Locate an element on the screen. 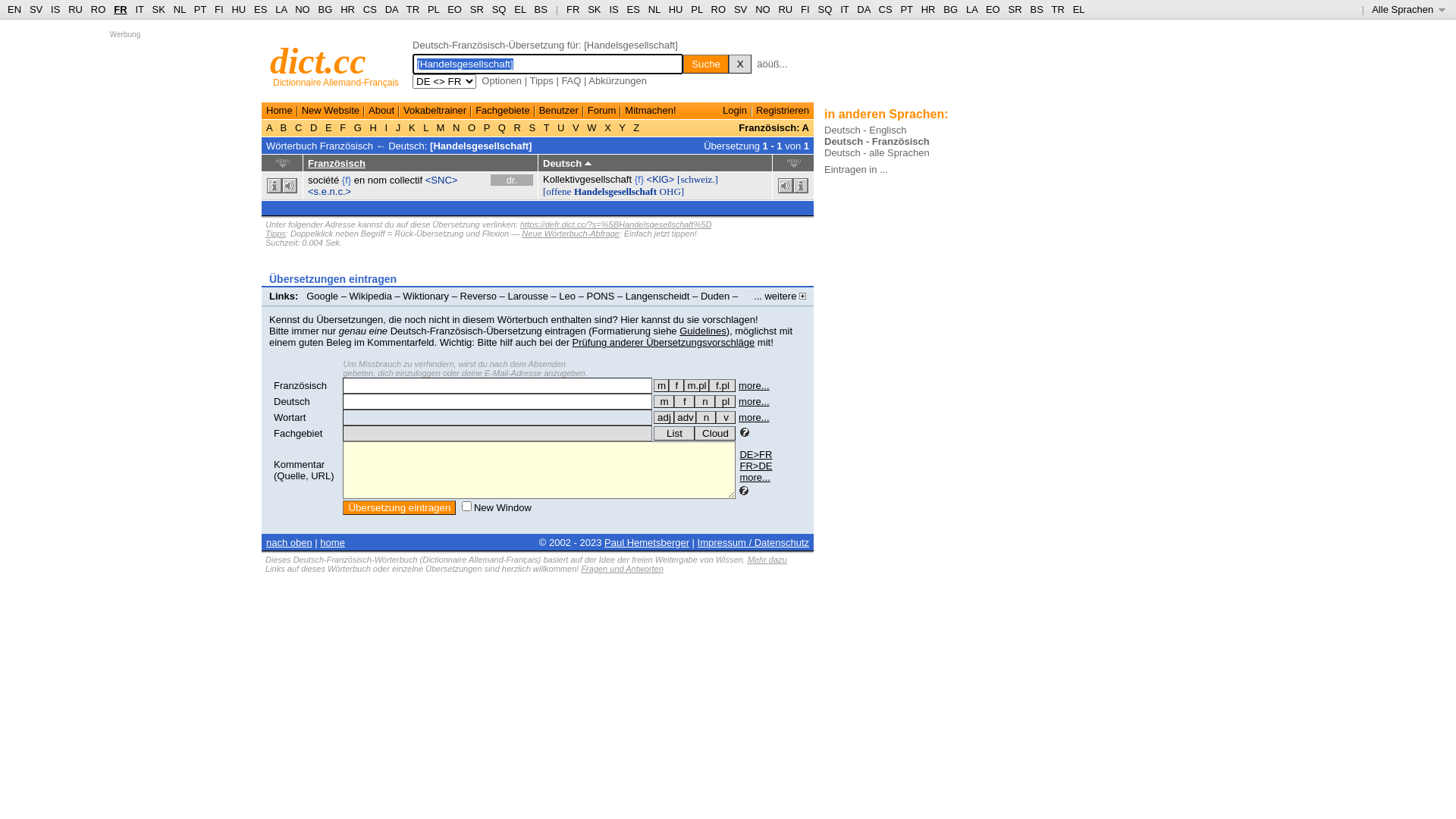 The image size is (1456, 819). 'die - Mehrzahl (Plural)' is located at coordinates (724, 400).